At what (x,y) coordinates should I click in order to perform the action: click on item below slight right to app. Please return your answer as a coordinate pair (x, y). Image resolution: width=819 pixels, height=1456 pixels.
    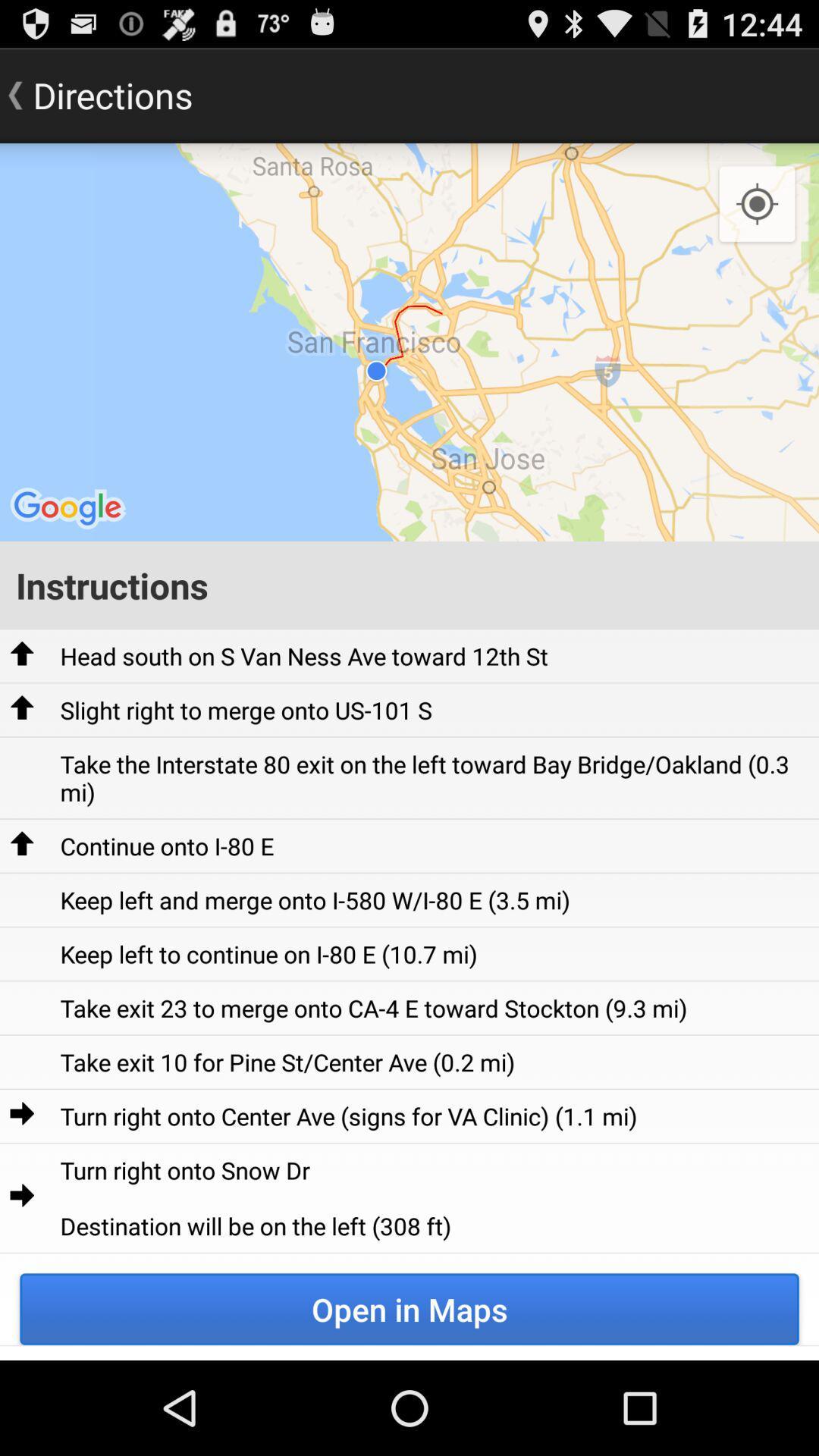
    Looking at the image, I should click on (435, 778).